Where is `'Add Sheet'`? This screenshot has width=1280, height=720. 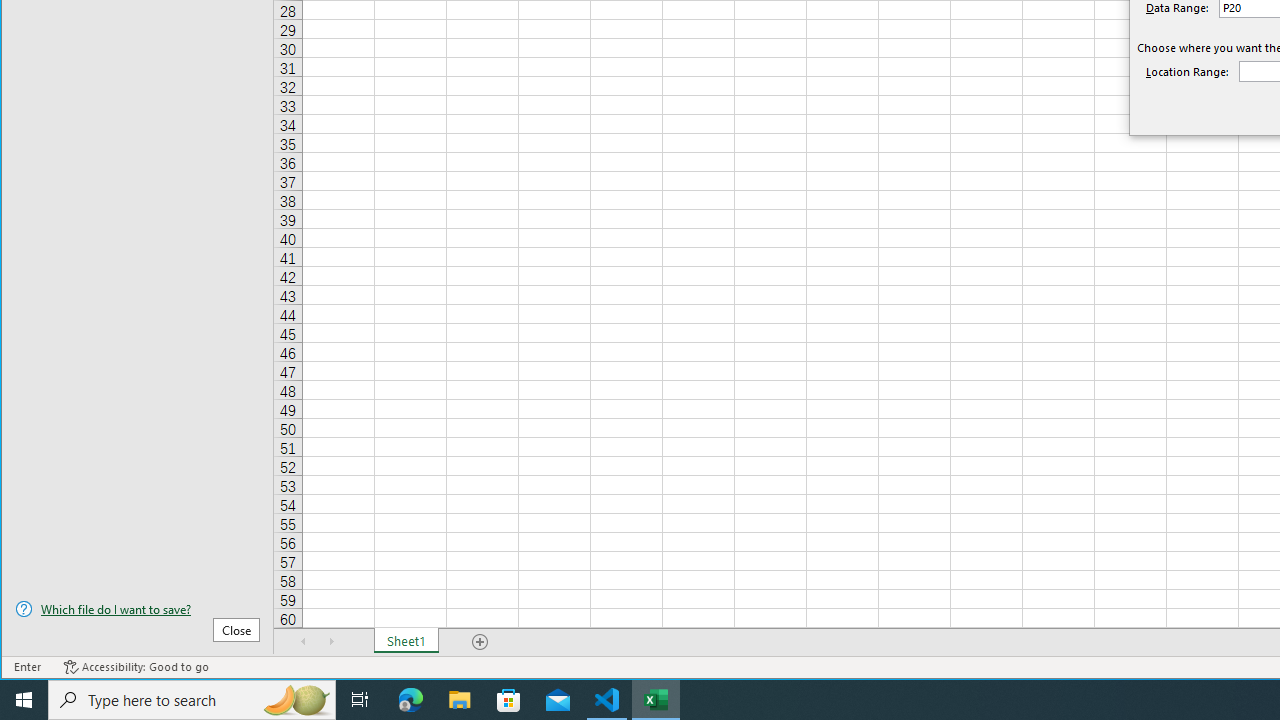 'Add Sheet' is located at coordinates (481, 641).